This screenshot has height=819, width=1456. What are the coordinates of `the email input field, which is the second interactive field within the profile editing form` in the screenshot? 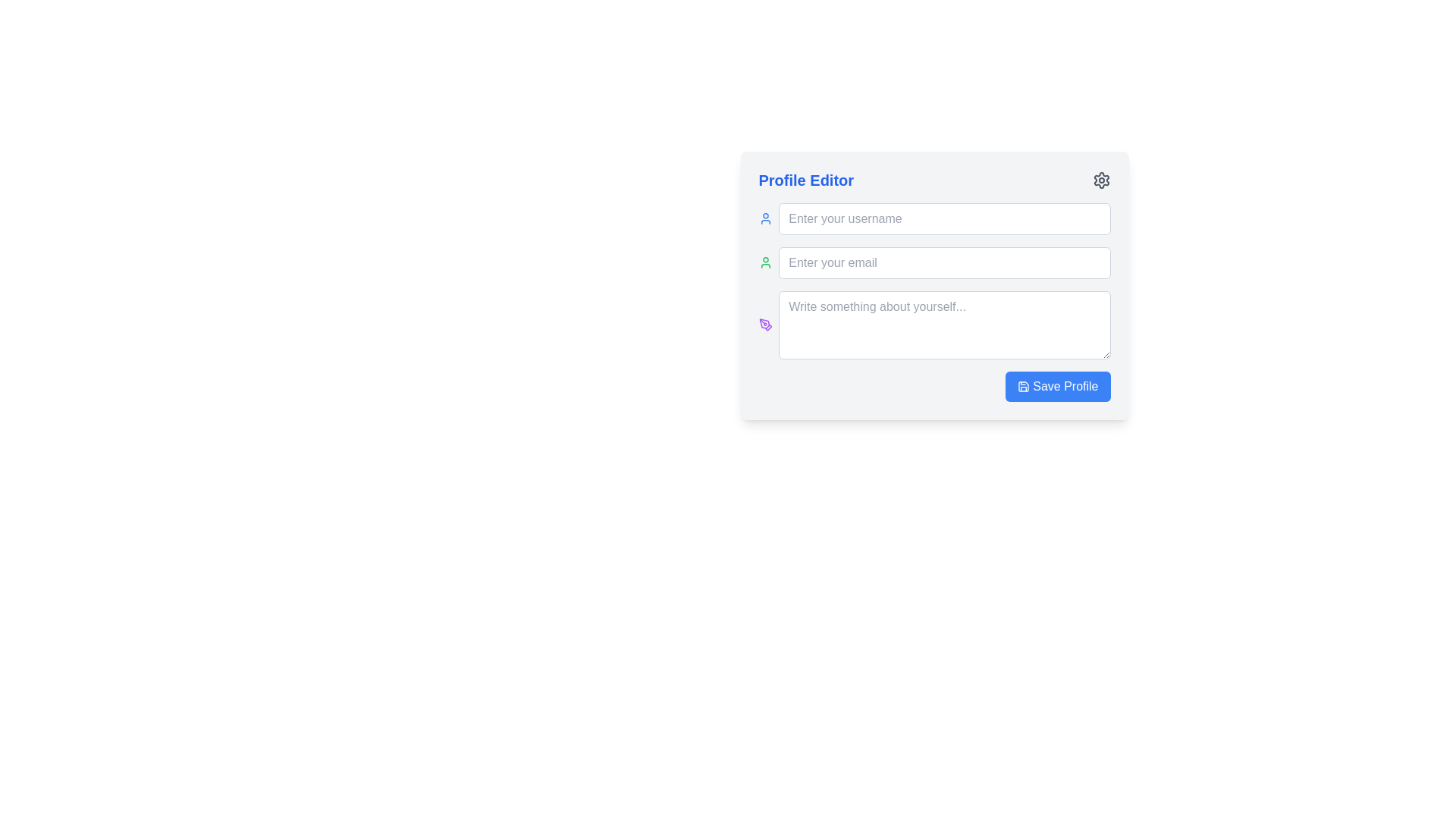 It's located at (934, 262).